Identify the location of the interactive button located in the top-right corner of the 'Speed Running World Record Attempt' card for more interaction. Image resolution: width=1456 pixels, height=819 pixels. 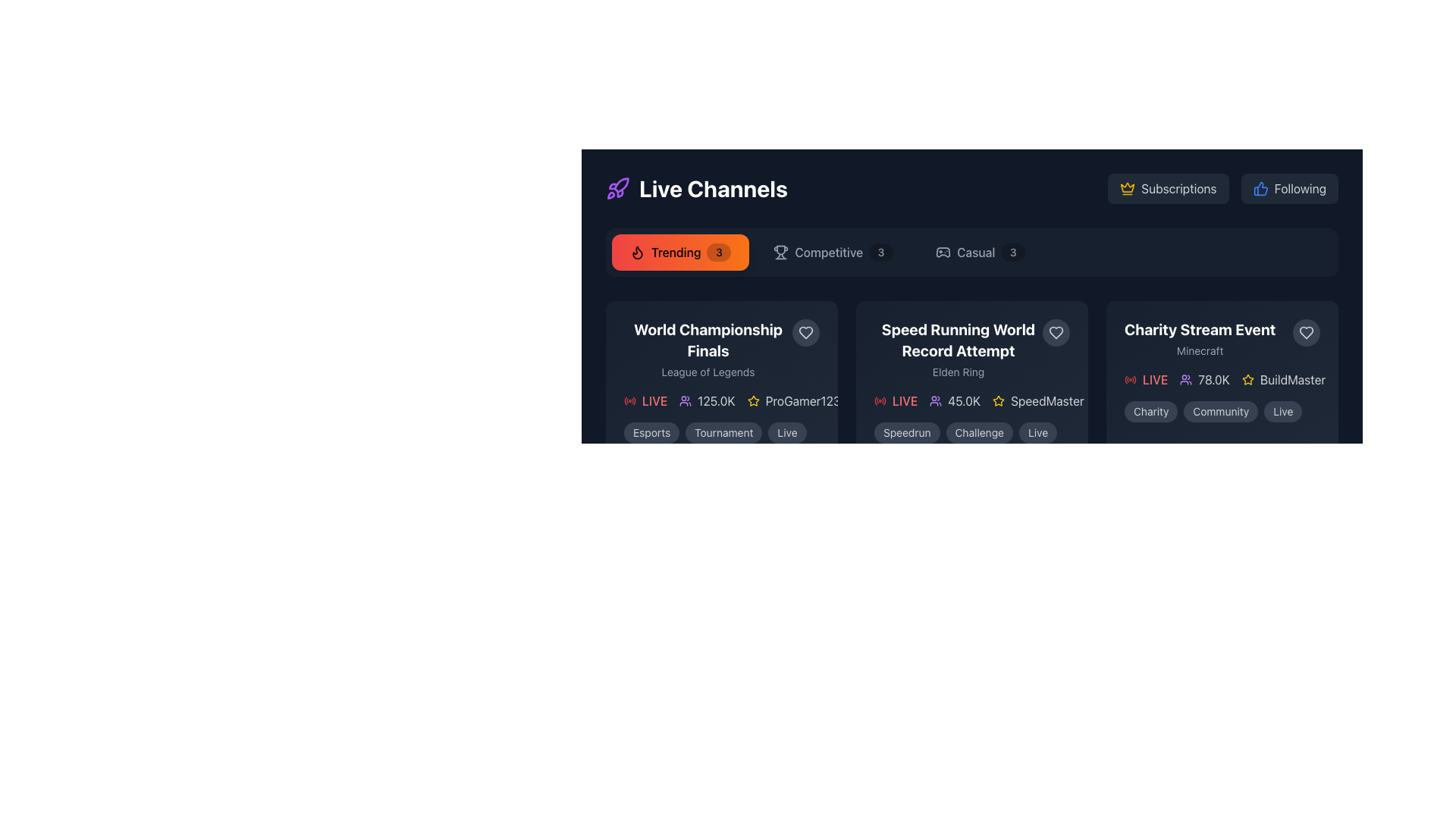
(1055, 332).